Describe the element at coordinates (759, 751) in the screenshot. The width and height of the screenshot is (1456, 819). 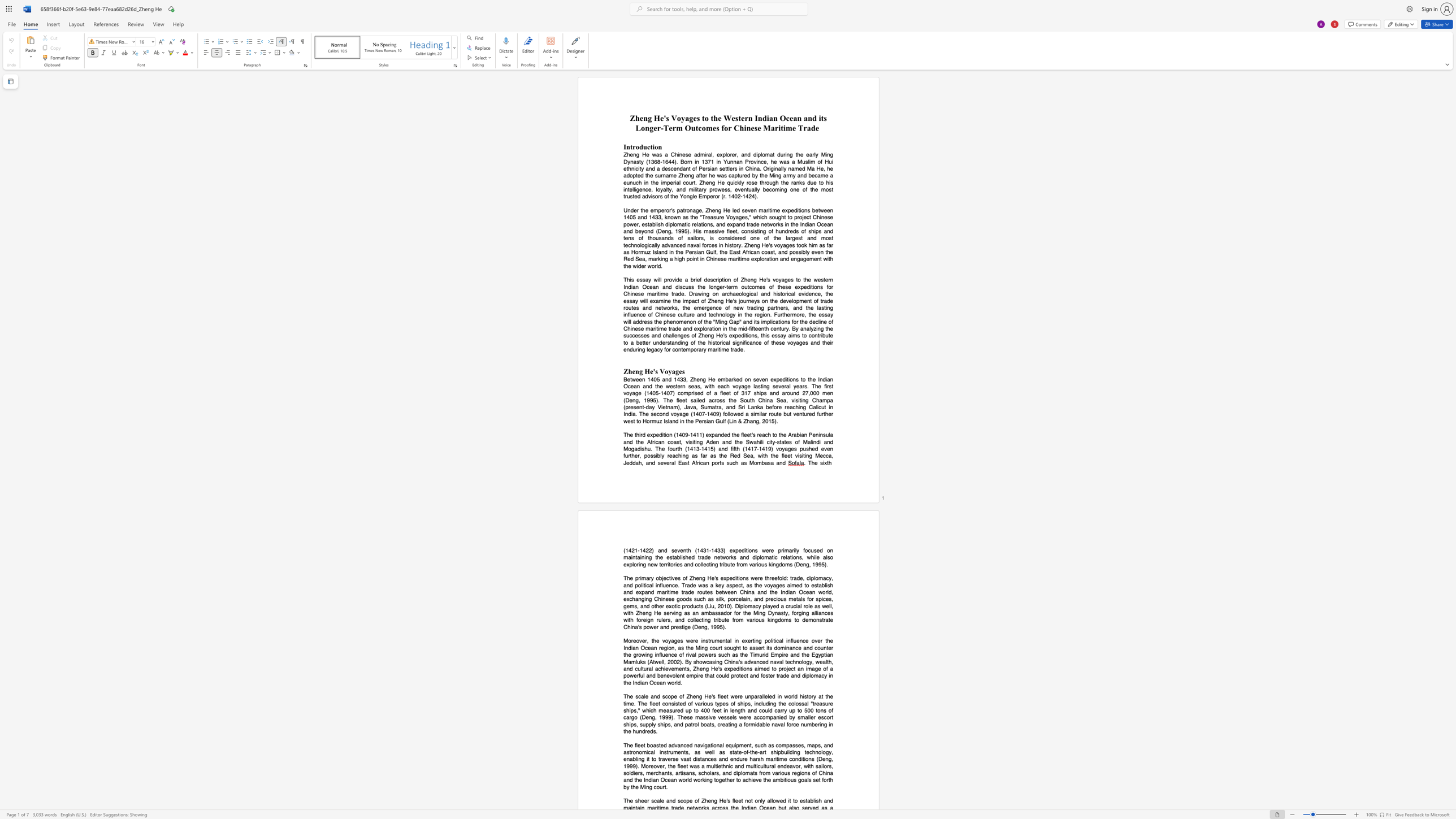
I see `the subset text "art" within the text "state-of-the-art"` at that location.